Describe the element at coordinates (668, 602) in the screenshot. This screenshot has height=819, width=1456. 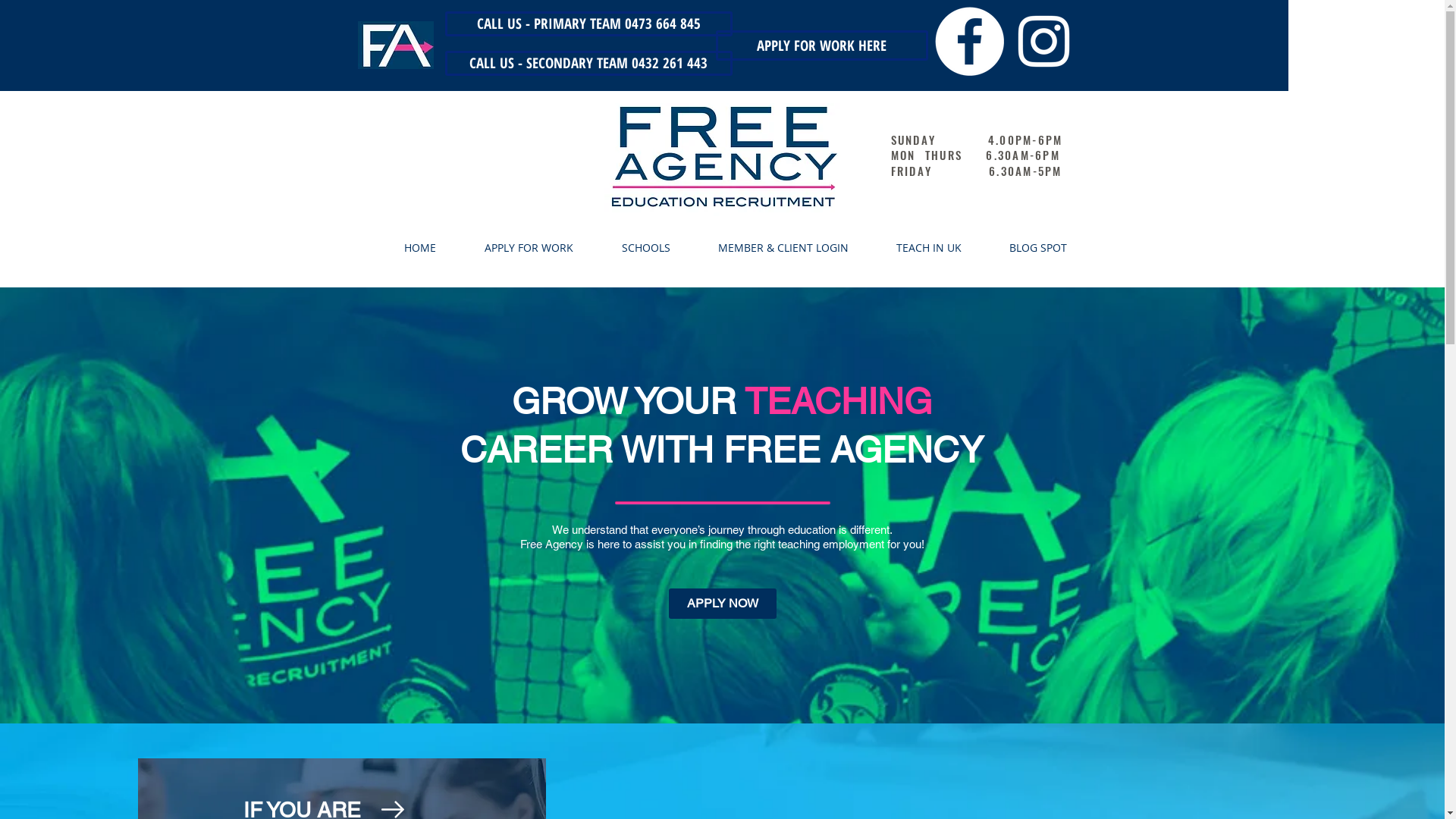
I see `'APPLY NOW'` at that location.